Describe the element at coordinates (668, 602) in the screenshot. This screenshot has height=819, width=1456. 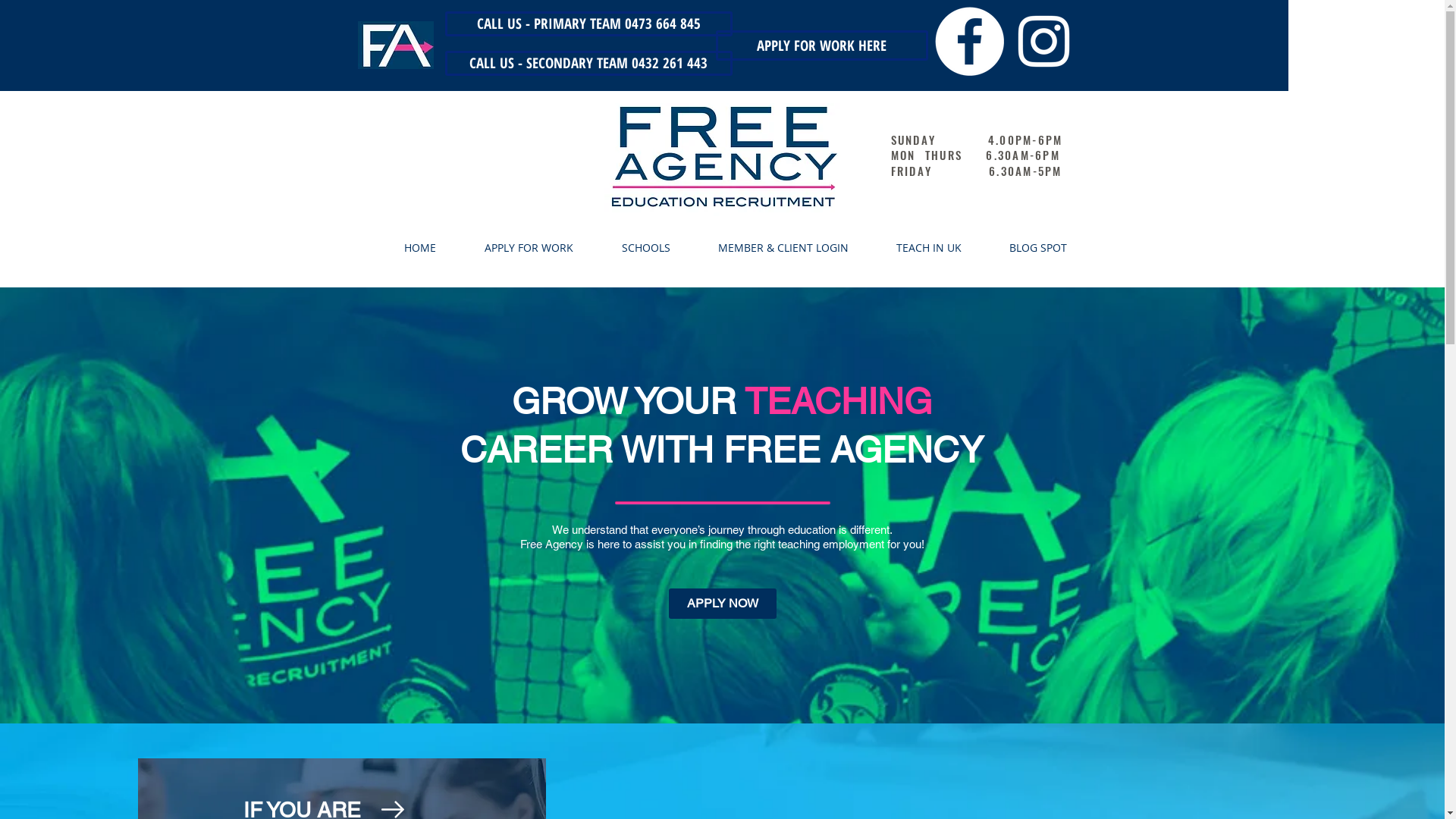
I see `'APPLY NOW'` at that location.